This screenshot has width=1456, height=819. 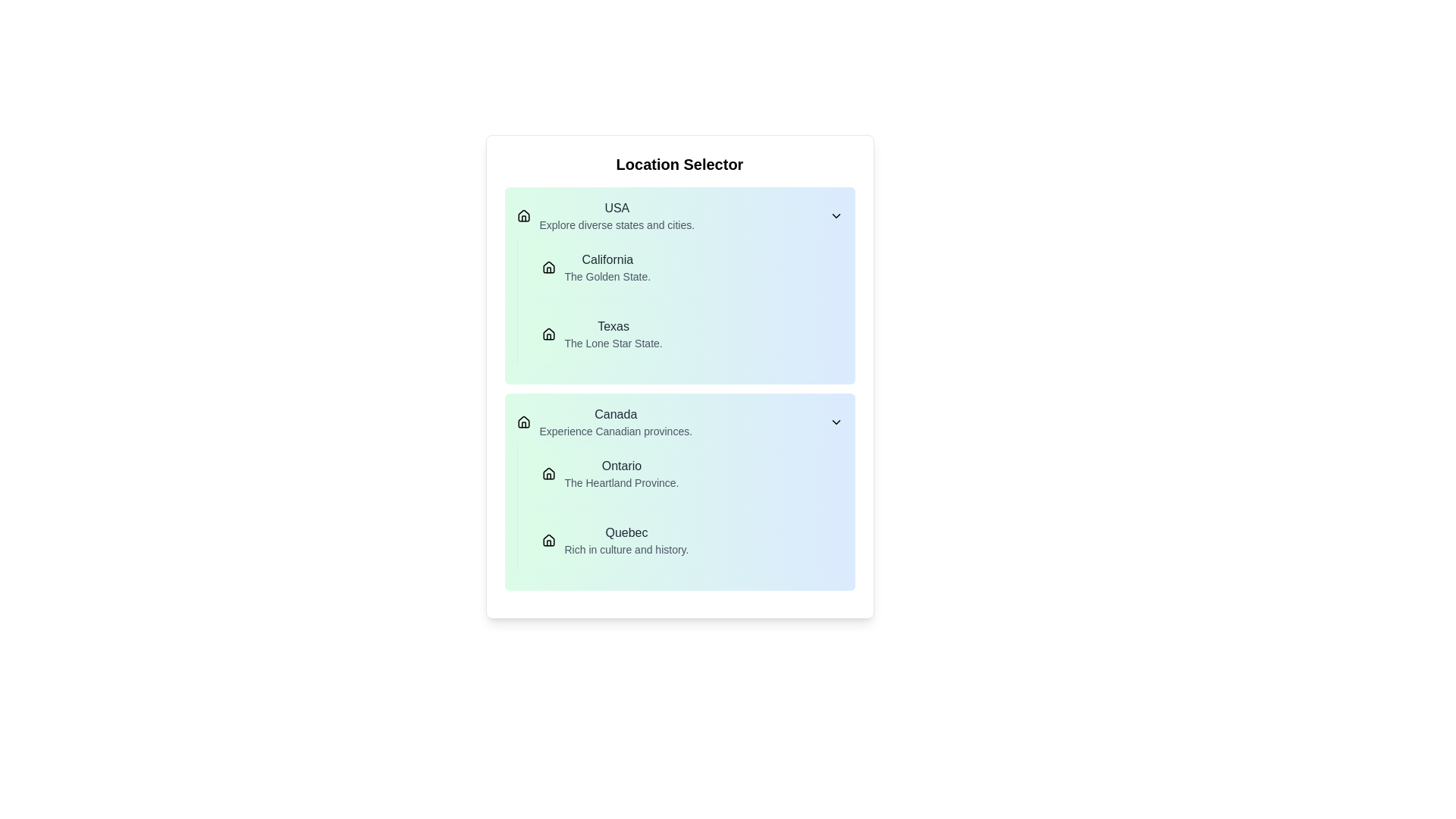 I want to click on the black house-shaped icon located in the 'Canada' section, adjacent to the text 'Ontario', so click(x=548, y=472).